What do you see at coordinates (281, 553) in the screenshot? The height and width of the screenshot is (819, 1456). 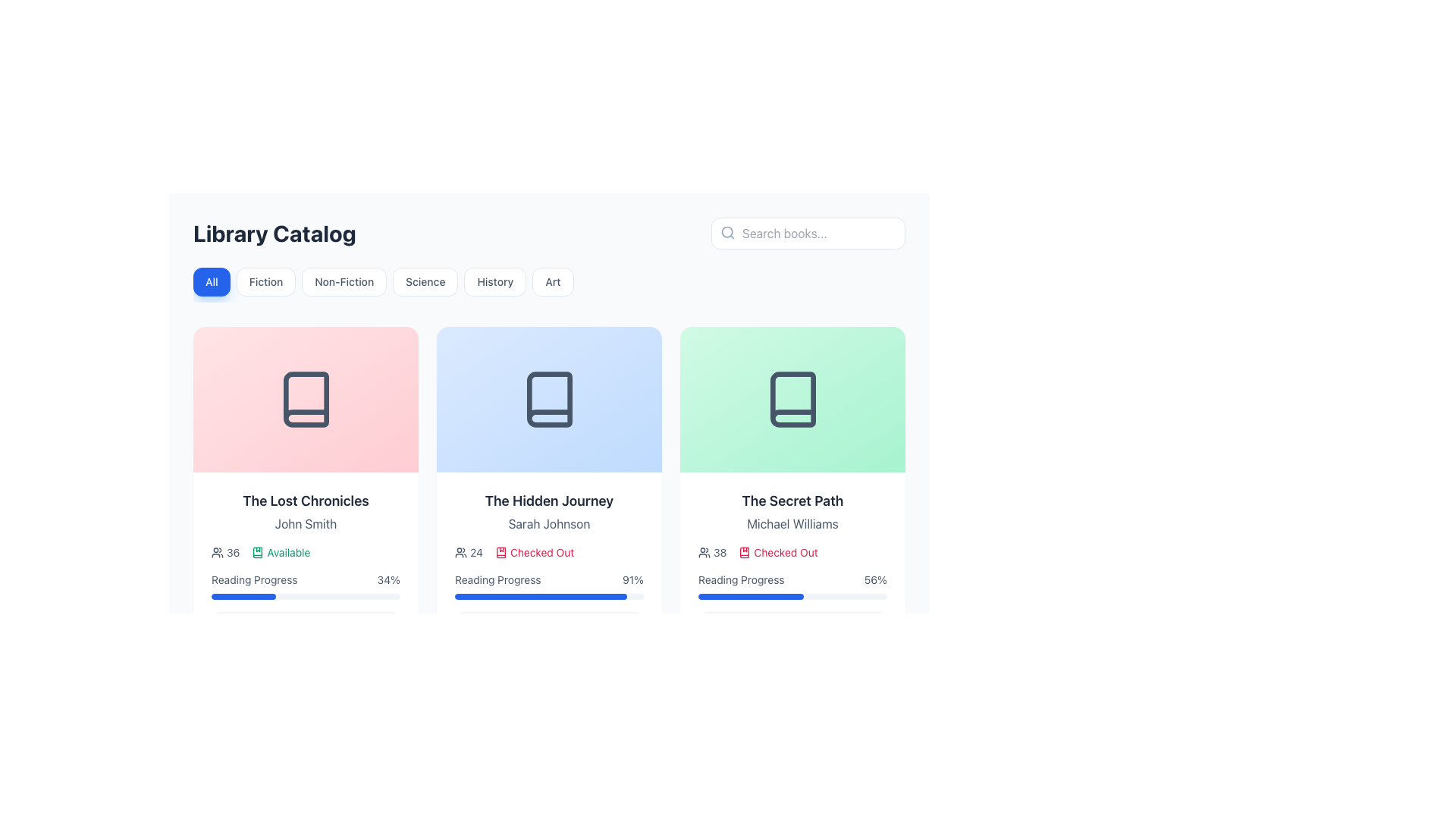 I see `text 'Available' displayed in green next to the book icon within the first book item card 'The Lost Chronicles'` at bounding box center [281, 553].